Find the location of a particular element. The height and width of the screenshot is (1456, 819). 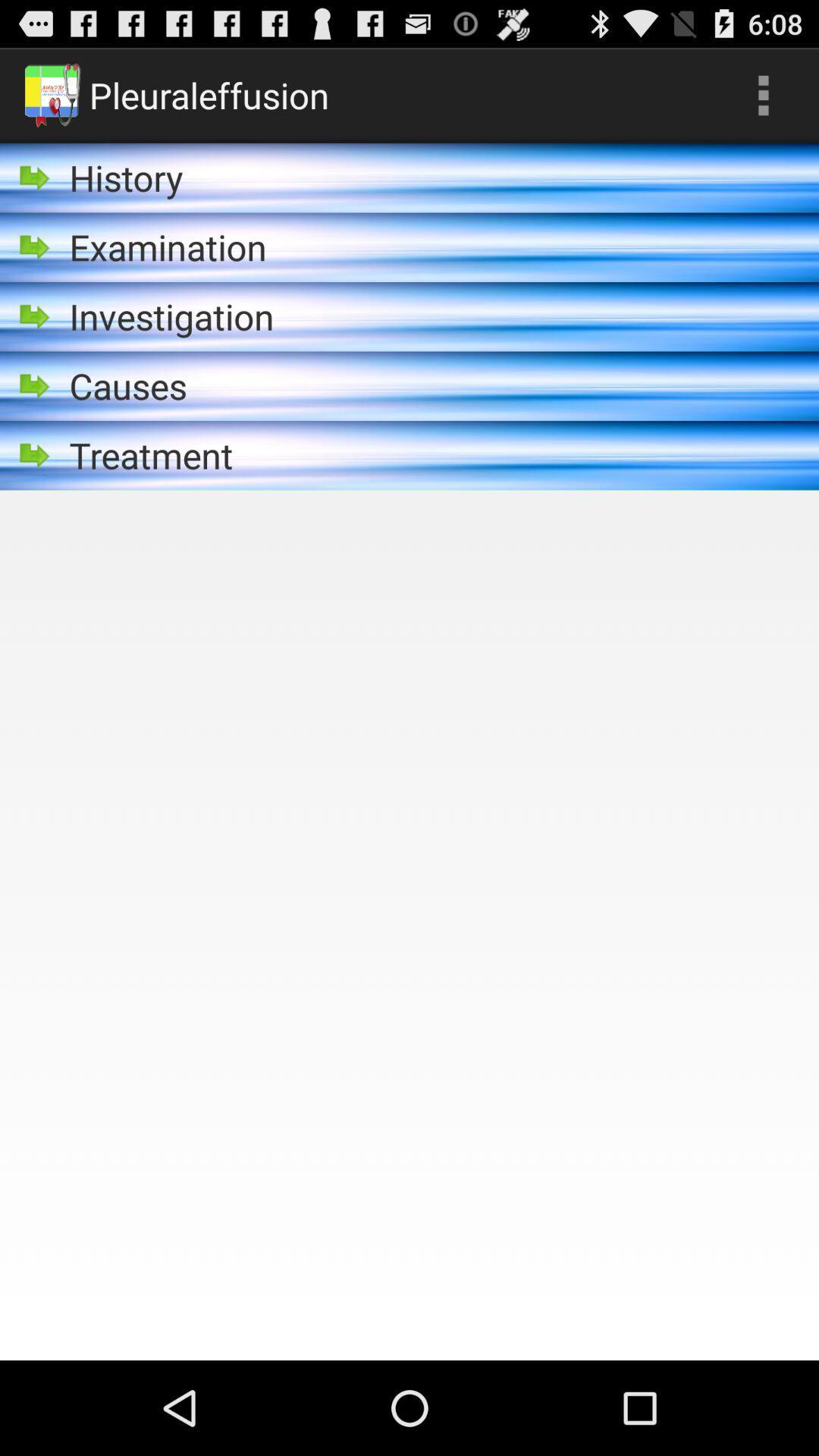

icon left side of examination is located at coordinates (35, 247).